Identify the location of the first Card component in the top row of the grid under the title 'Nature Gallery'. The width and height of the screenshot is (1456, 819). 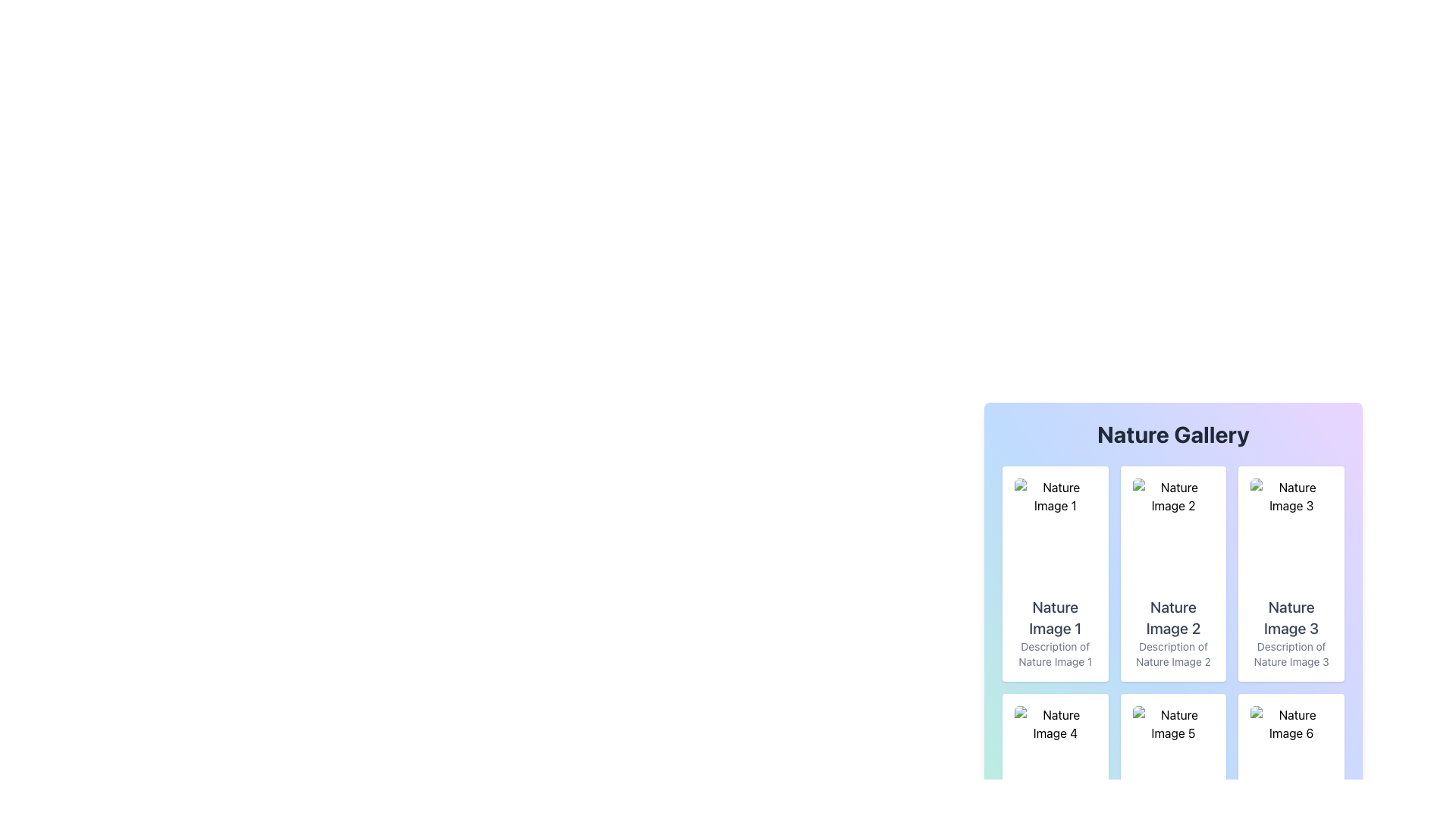
(1054, 573).